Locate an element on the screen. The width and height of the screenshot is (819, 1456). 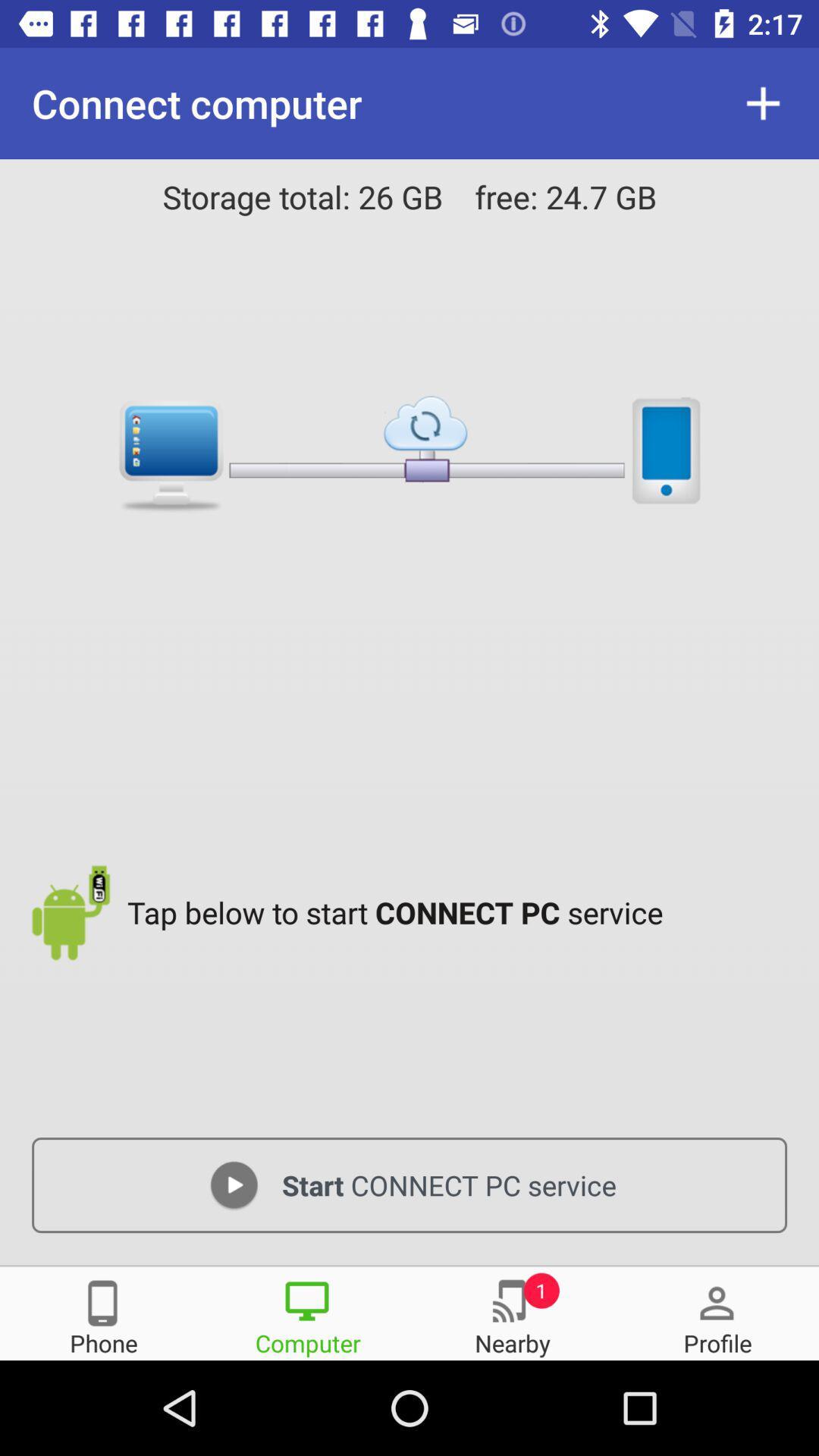
the item above start connect pc is located at coordinates (460, 912).